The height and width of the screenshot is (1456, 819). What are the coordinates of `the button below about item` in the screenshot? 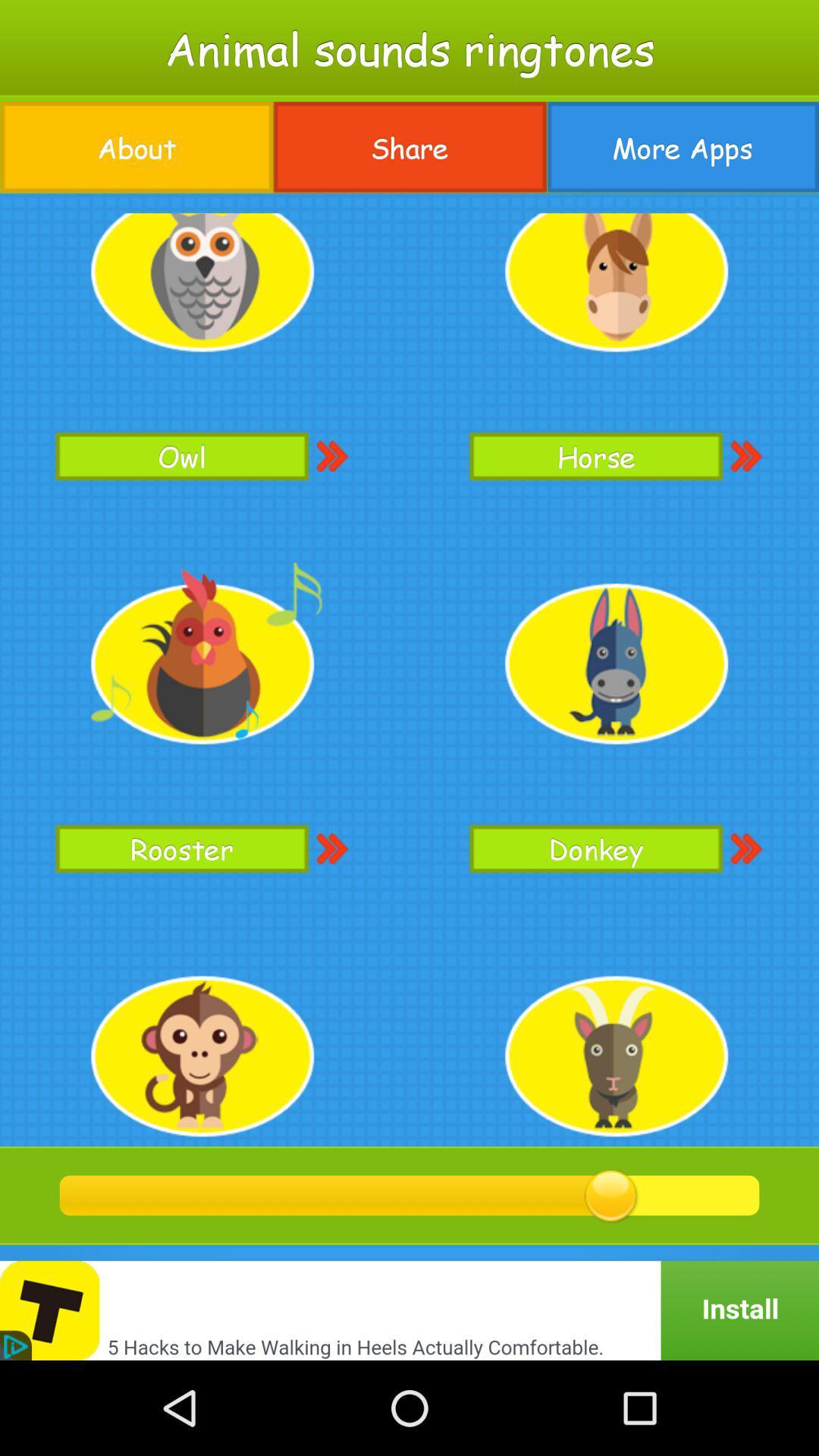 It's located at (409, 669).